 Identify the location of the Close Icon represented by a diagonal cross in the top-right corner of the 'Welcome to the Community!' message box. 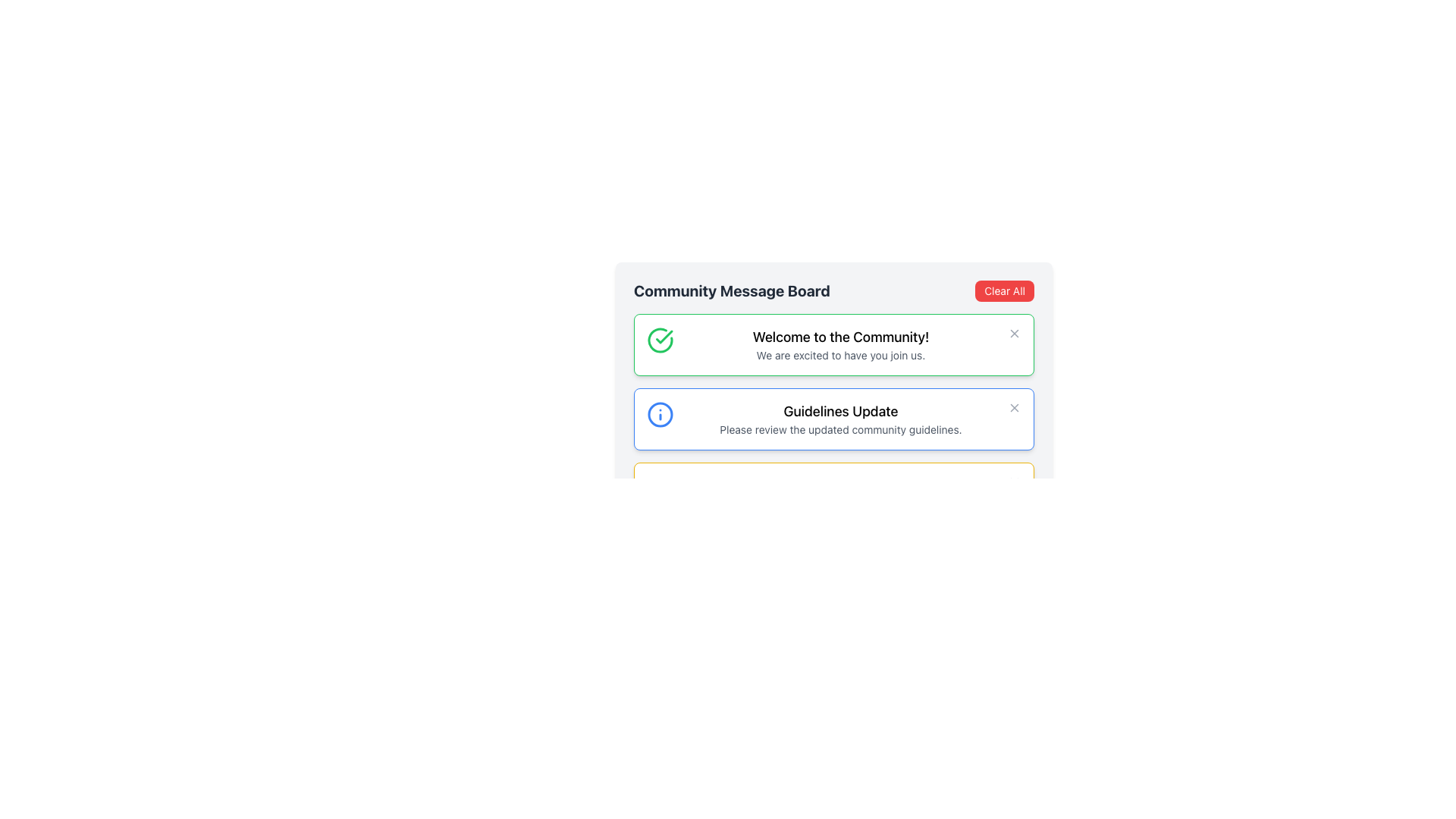
(1015, 332).